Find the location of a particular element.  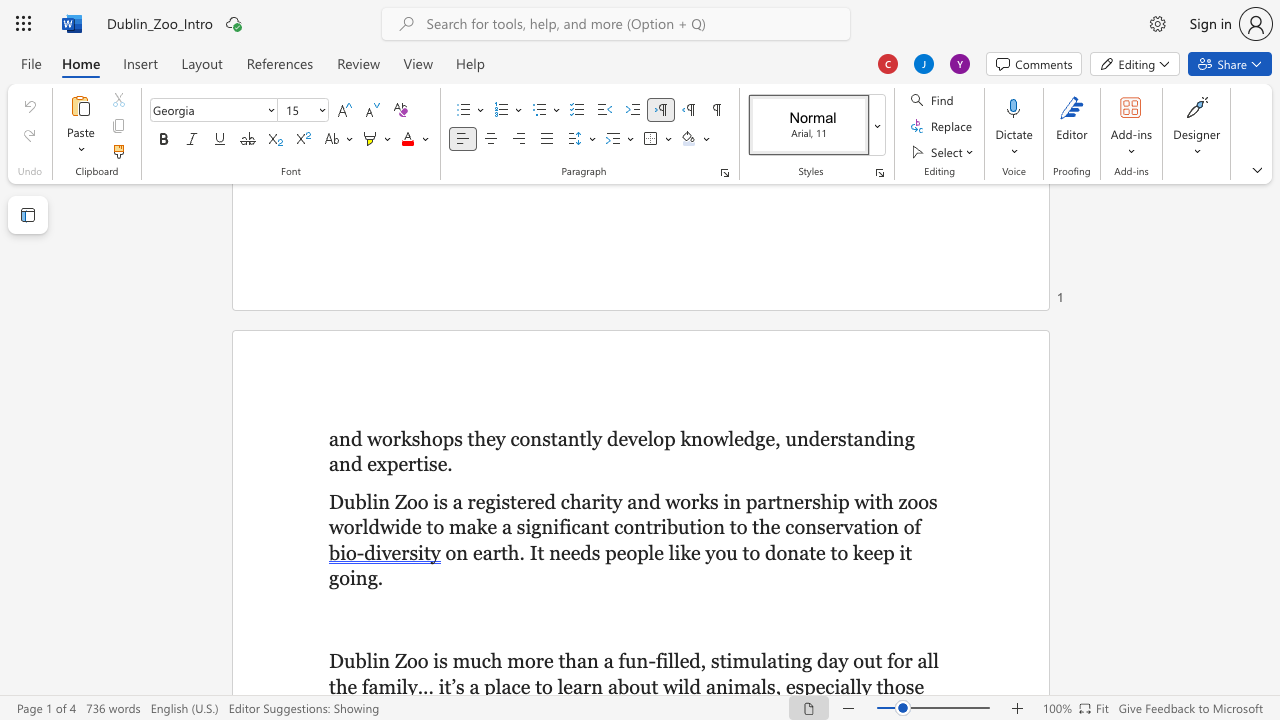

the 1th character "y" in the text is located at coordinates (500, 437).